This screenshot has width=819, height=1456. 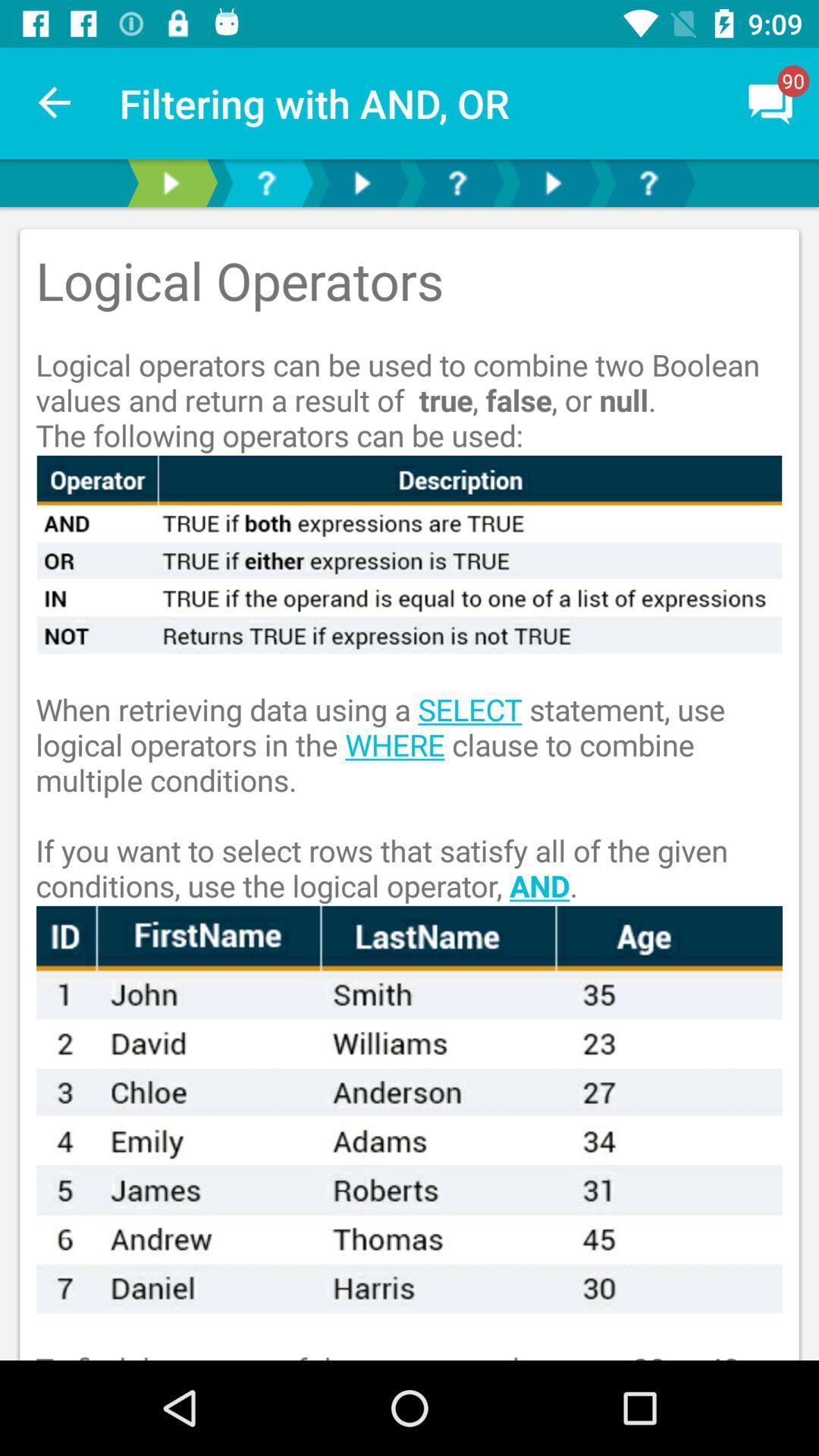 I want to click on help, so click(x=648, y=182).